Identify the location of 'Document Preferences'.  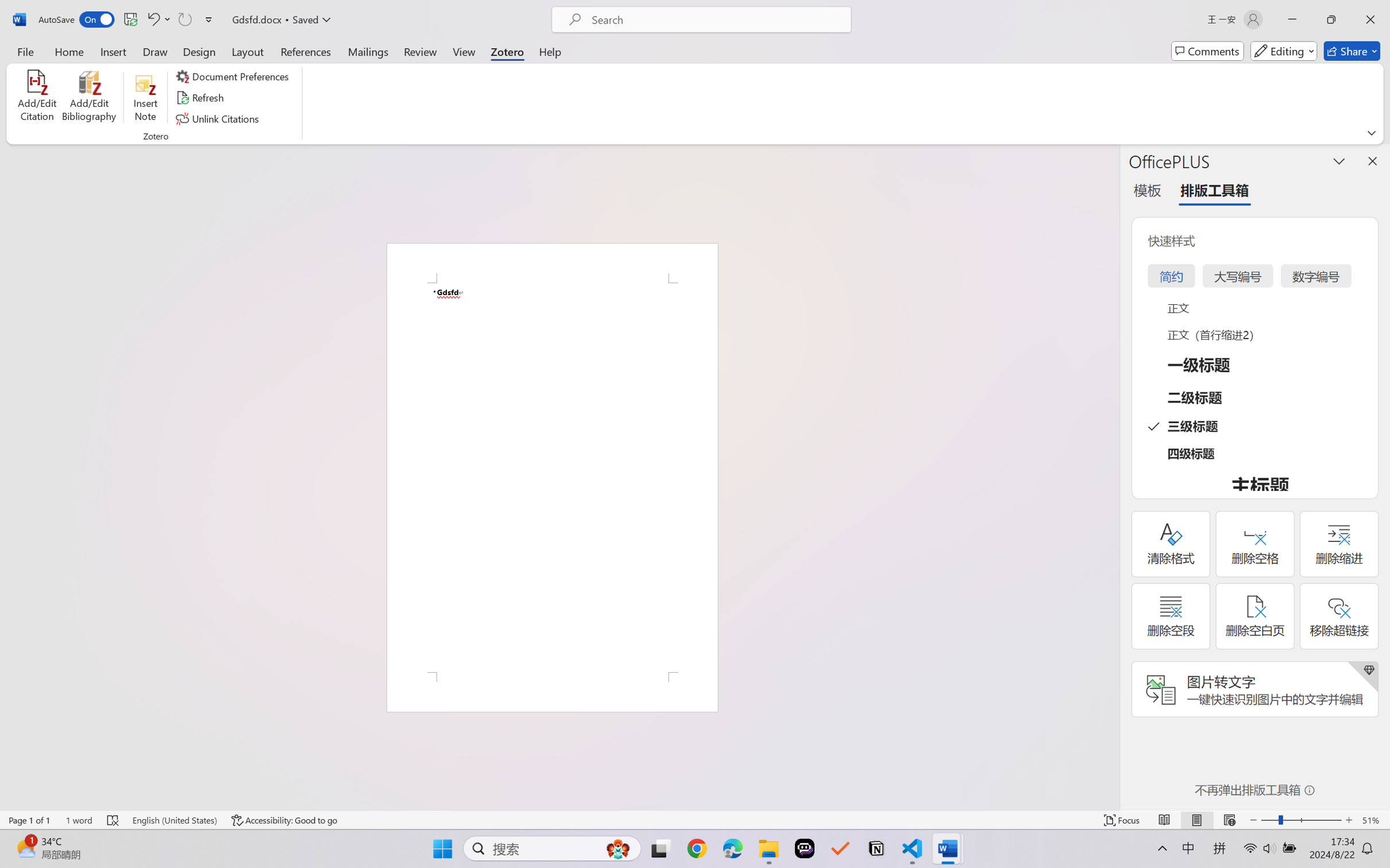
(233, 75).